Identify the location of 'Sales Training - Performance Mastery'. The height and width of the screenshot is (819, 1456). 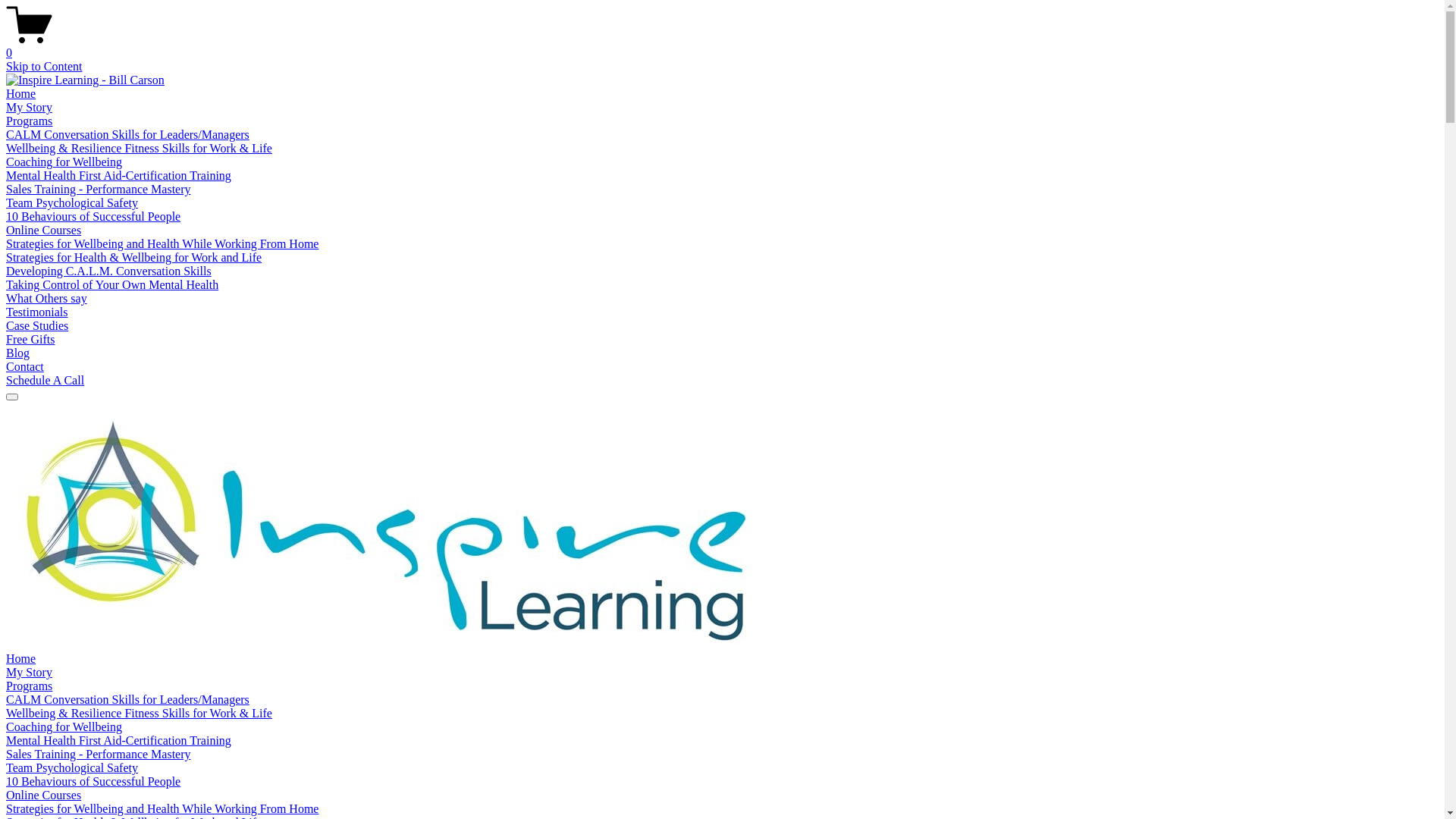
(97, 754).